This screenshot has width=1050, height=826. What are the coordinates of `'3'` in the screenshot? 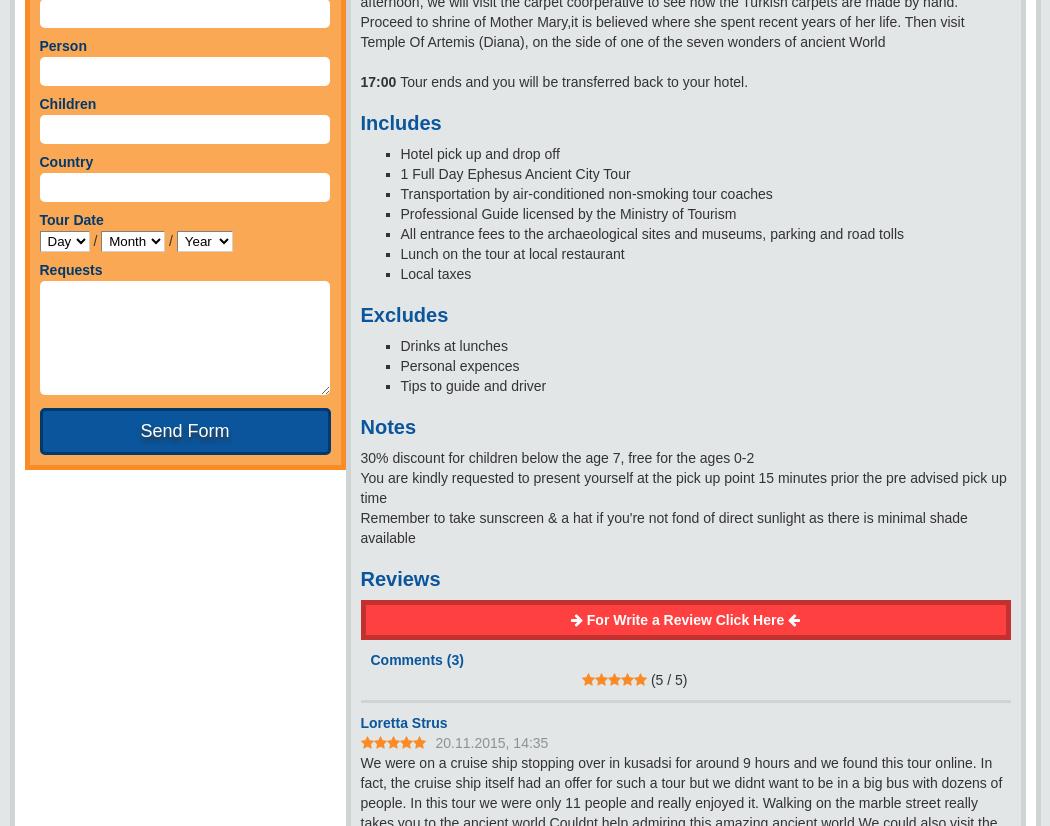 It's located at (454, 659).